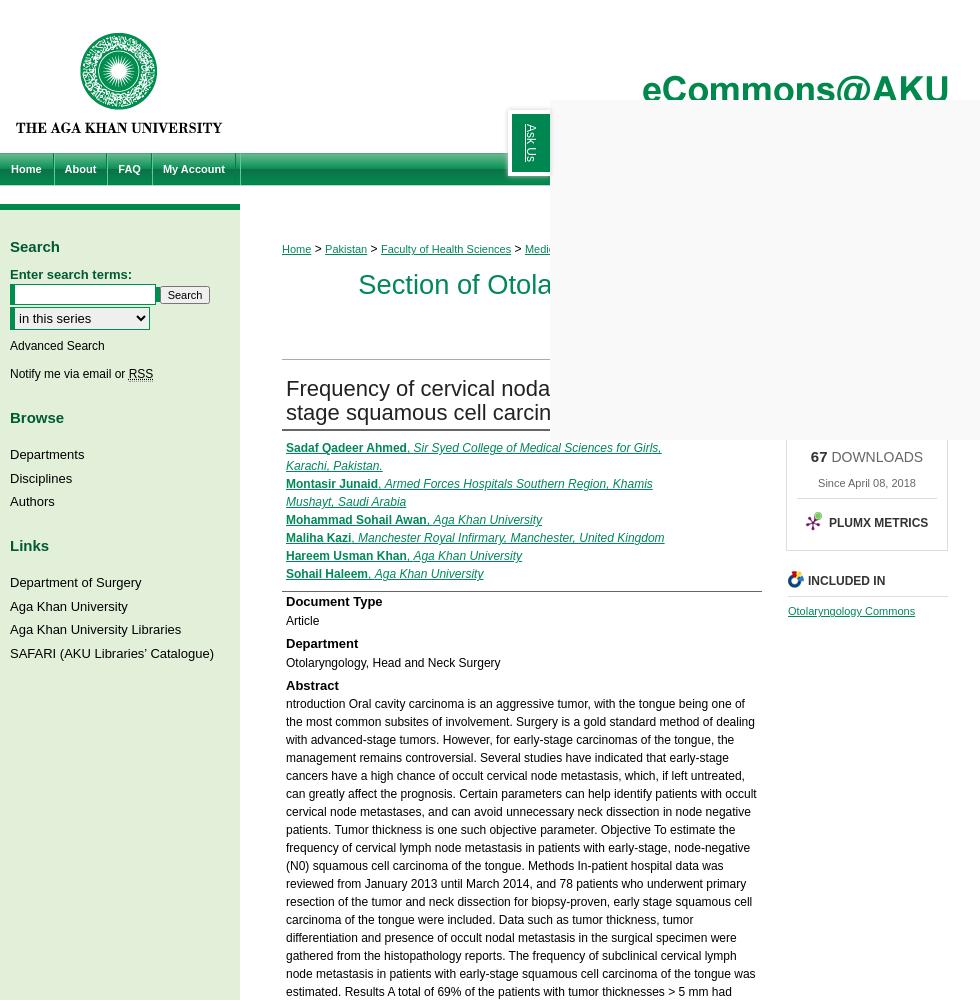 Image resolution: width=980 pixels, height=1000 pixels. Describe the element at coordinates (312, 684) in the screenshot. I see `'Abstract'` at that location.